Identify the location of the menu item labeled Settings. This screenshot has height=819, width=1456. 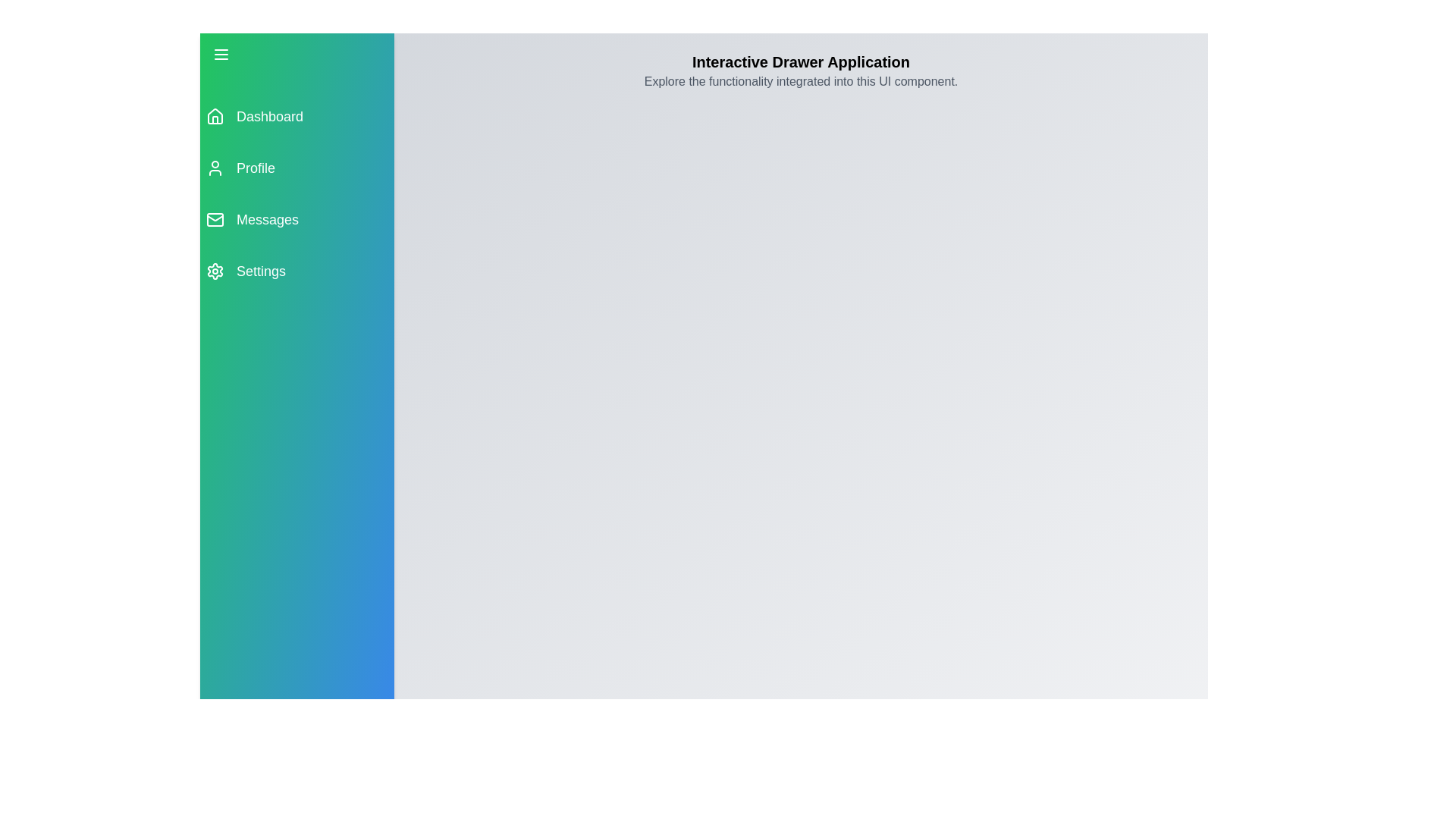
(297, 271).